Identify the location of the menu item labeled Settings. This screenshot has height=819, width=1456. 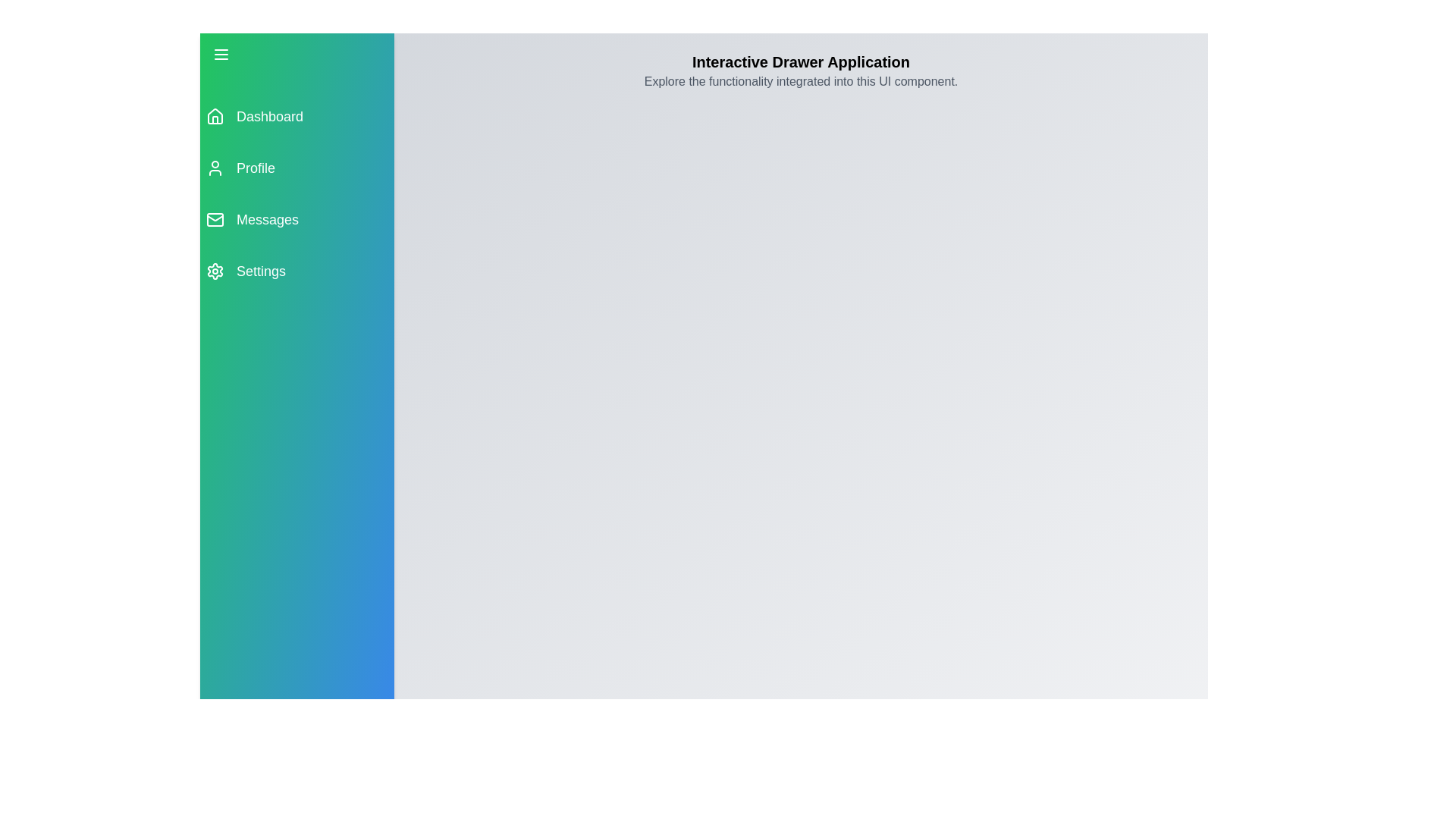
(297, 271).